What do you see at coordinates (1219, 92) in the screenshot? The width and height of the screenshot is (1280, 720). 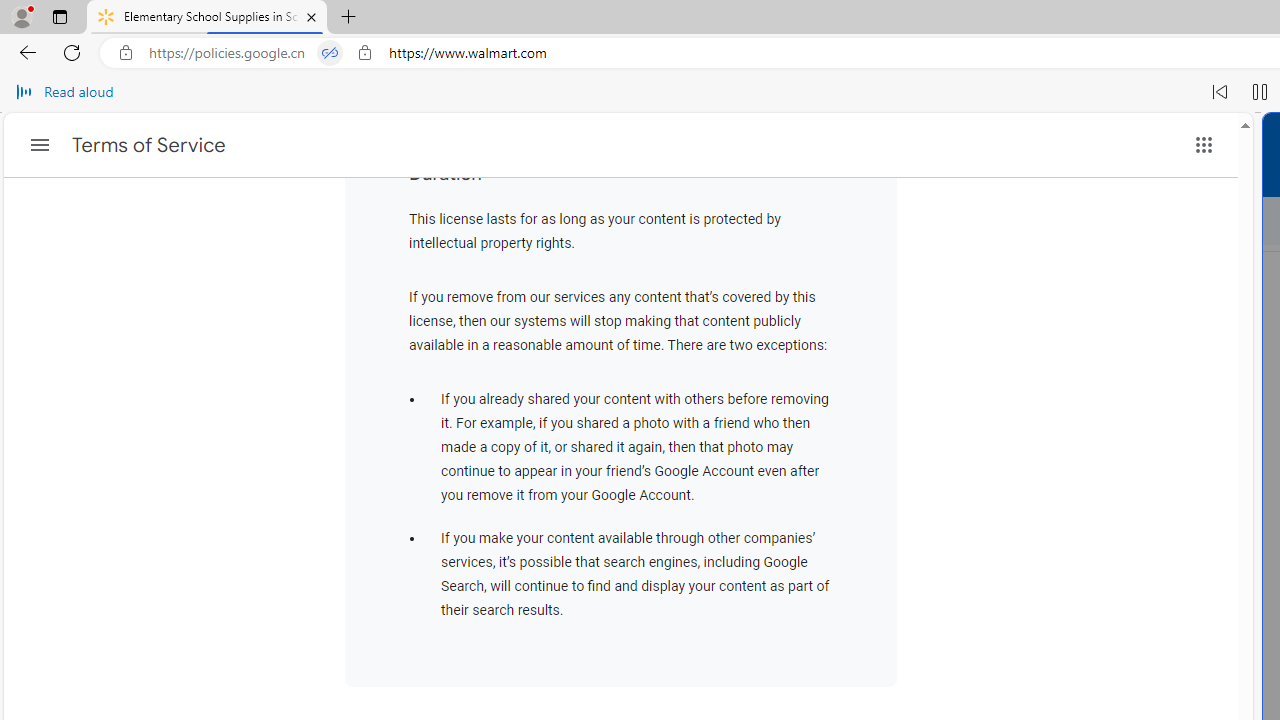 I see `'Read previous paragraph'` at bounding box center [1219, 92].